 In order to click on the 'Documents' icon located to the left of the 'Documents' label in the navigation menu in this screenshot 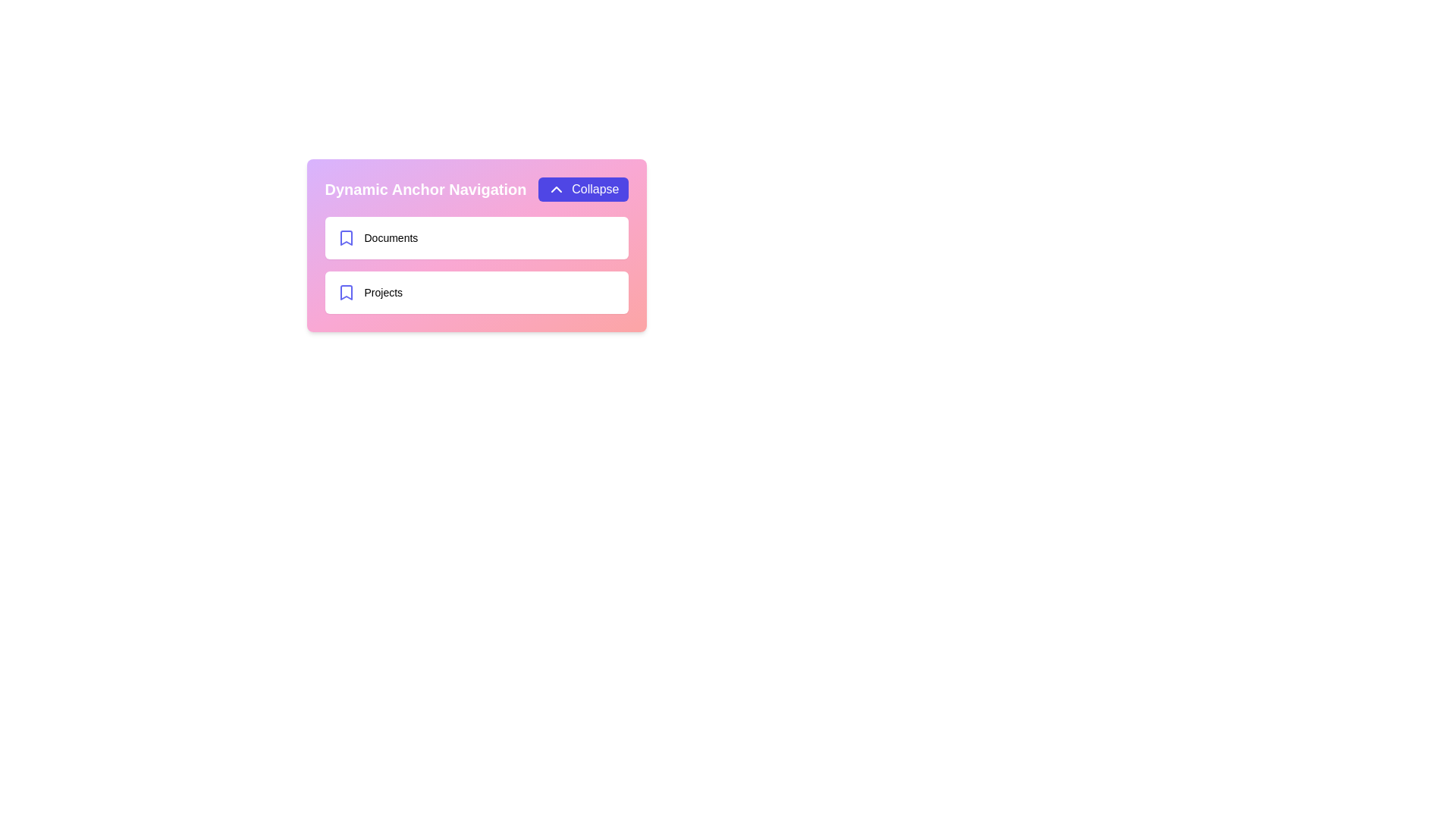, I will do `click(345, 237)`.